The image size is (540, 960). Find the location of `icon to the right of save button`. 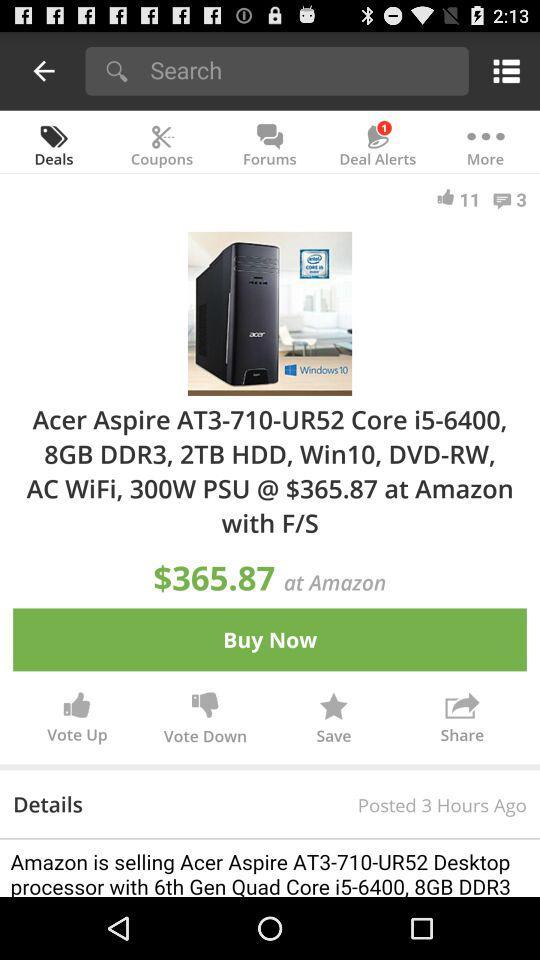

icon to the right of save button is located at coordinates (462, 720).